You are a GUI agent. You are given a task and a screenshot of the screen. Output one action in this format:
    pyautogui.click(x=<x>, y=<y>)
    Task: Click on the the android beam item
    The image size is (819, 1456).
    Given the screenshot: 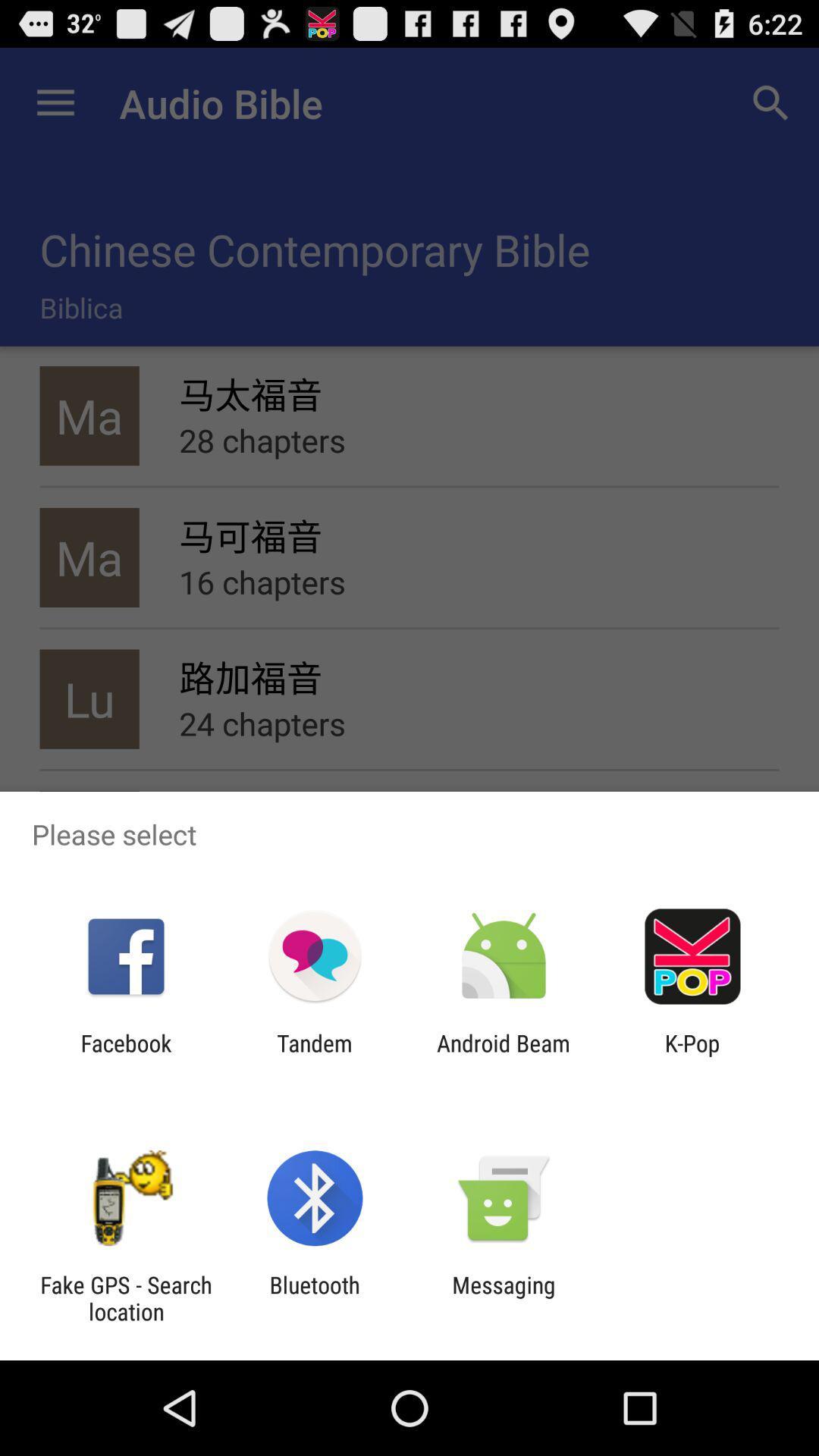 What is the action you would take?
    pyautogui.click(x=504, y=1056)
    